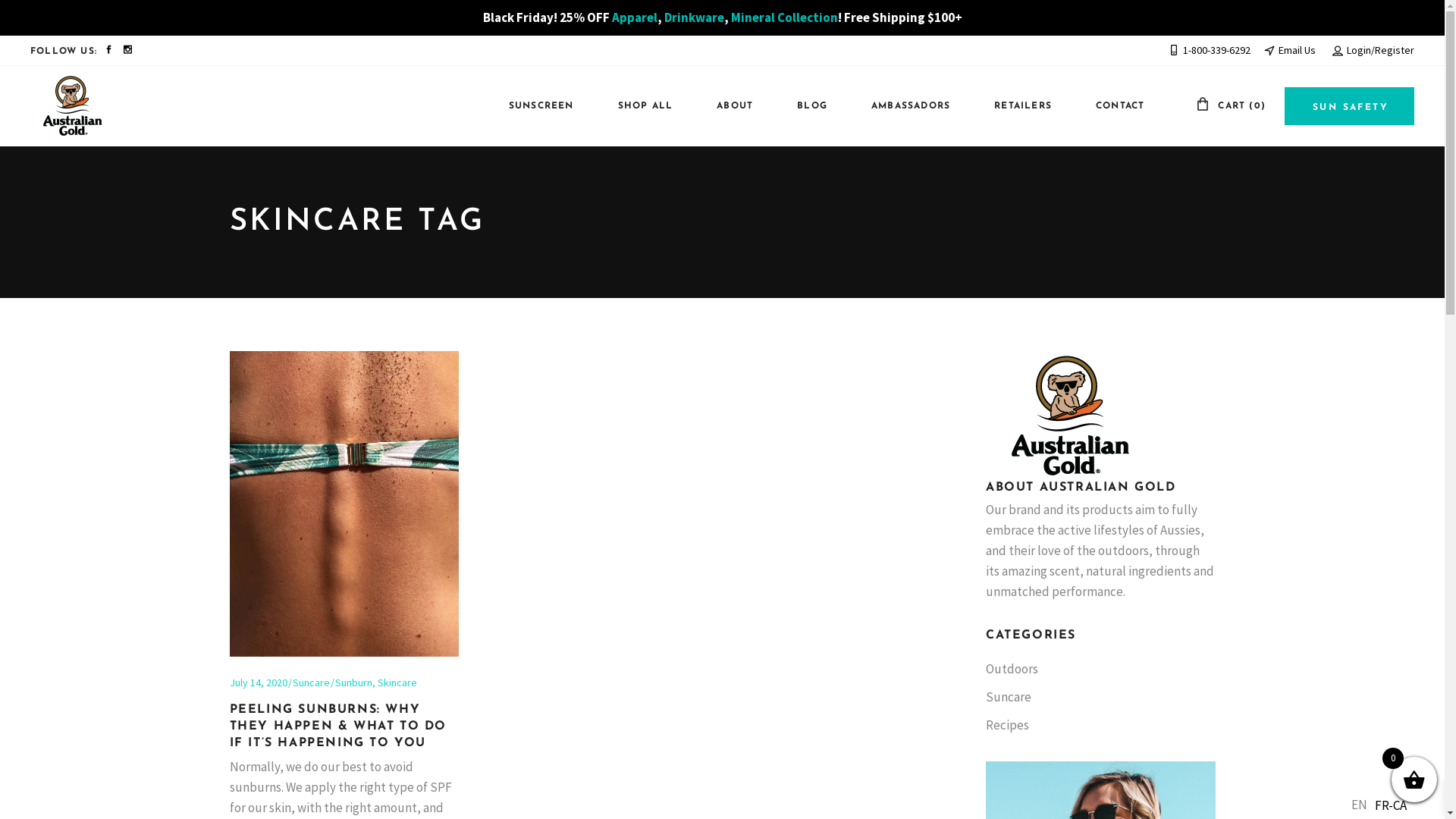 The height and width of the screenshot is (819, 1456). Describe the element at coordinates (1015, 105) in the screenshot. I see `'RETAILERS'` at that location.